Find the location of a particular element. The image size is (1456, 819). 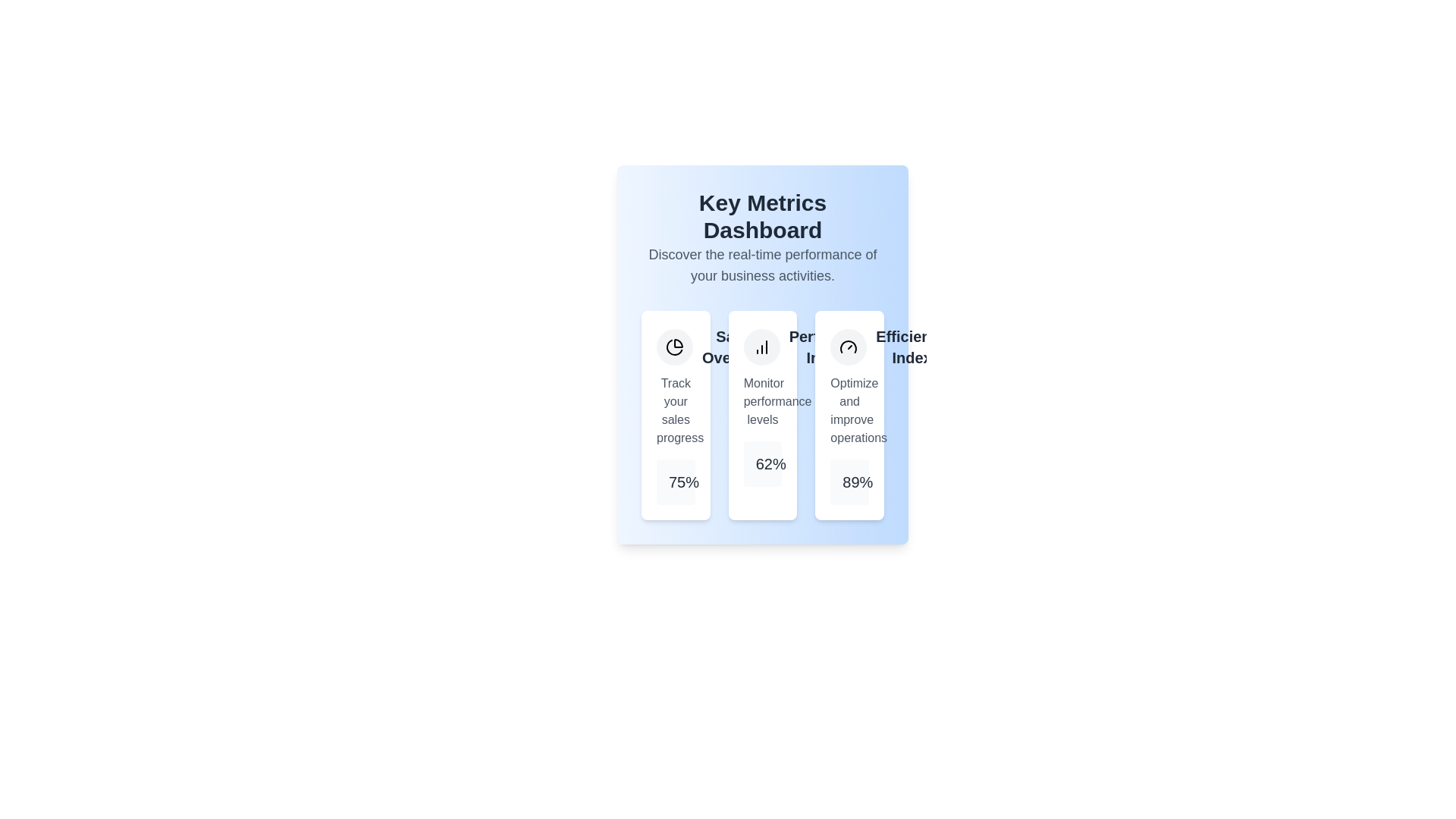

the metric card corresponding to Efficiency Index is located at coordinates (849, 415).